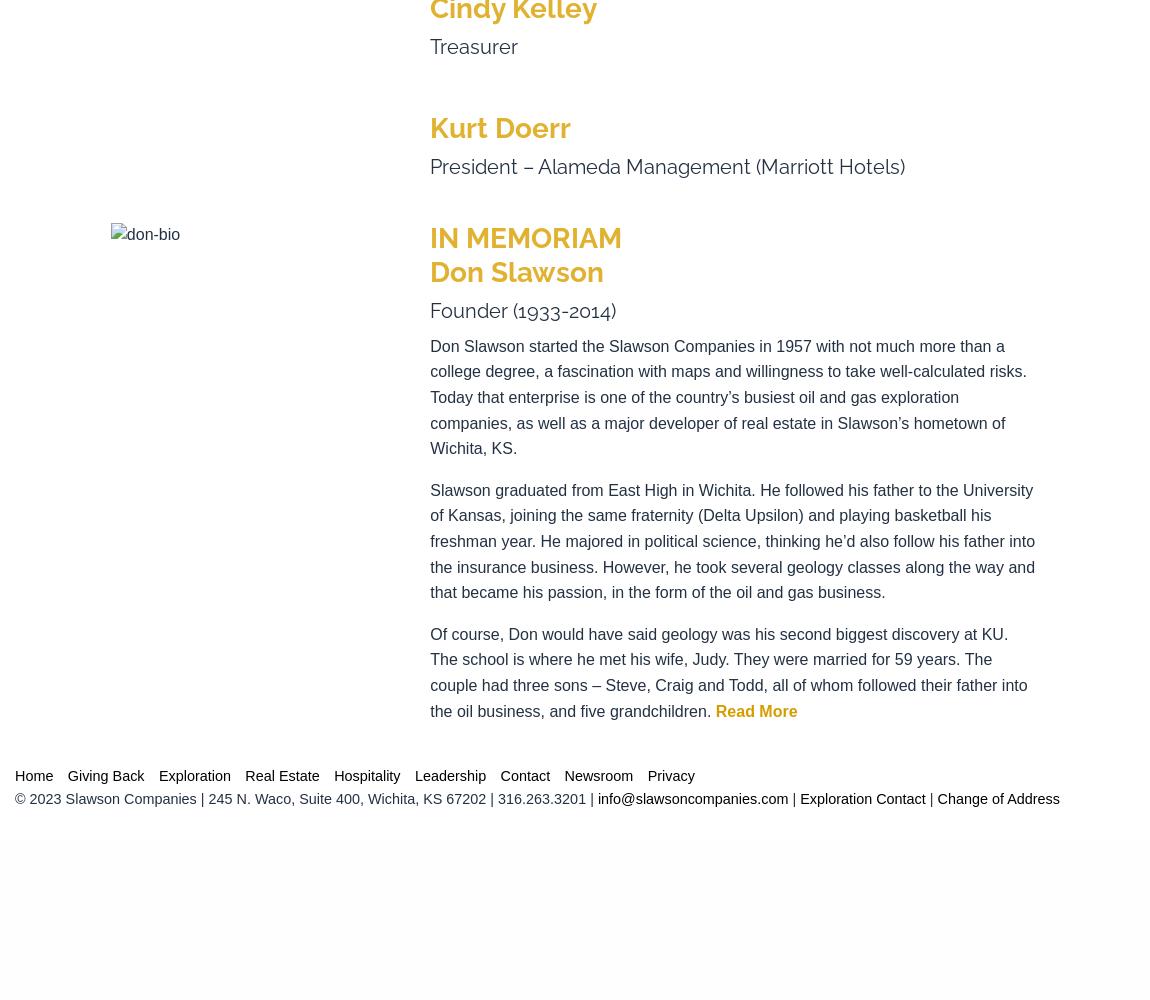 This screenshot has width=1150, height=1000. What do you see at coordinates (517, 271) in the screenshot?
I see `'Don Slawson'` at bounding box center [517, 271].